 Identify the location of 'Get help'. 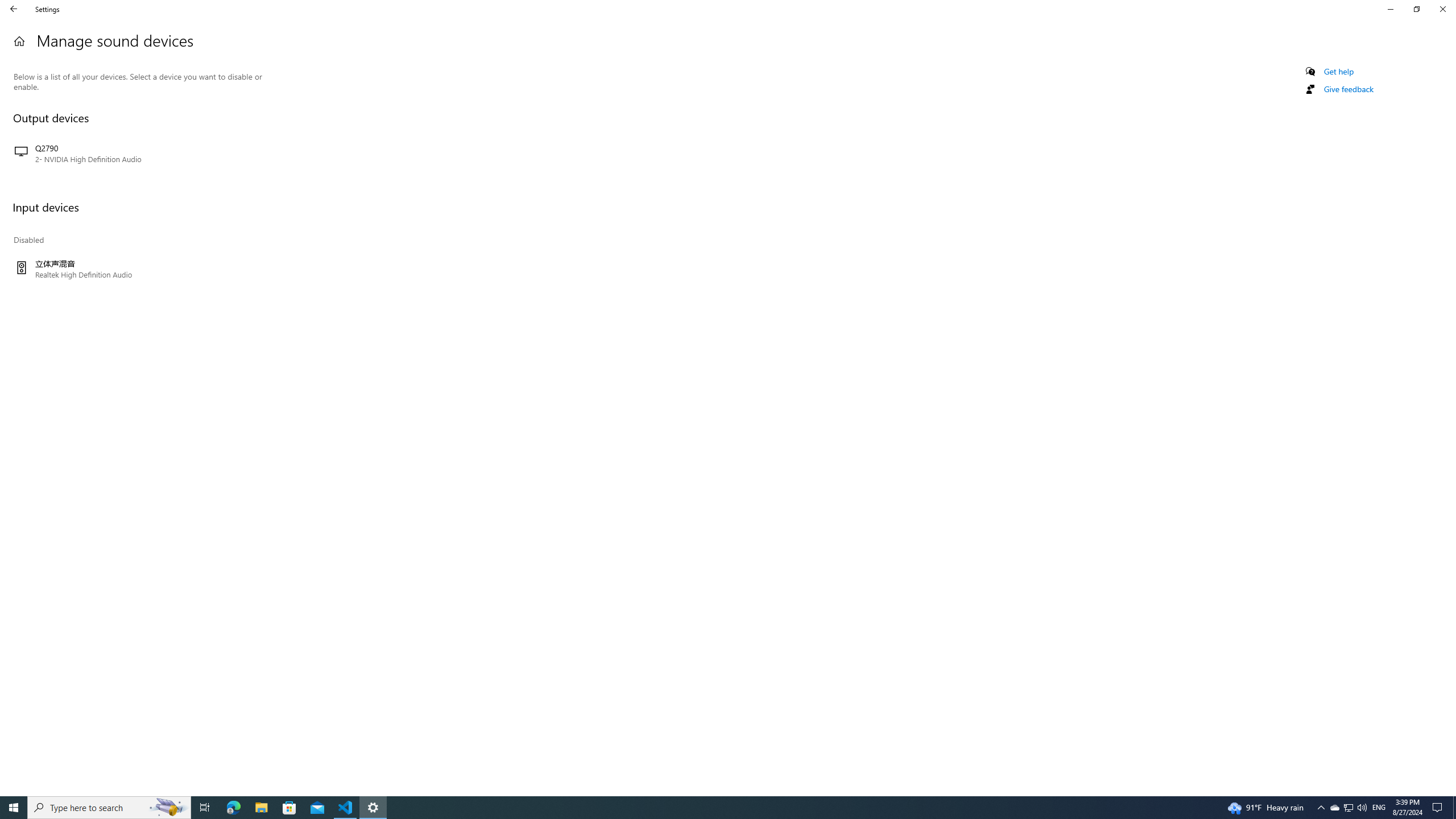
(1338, 71).